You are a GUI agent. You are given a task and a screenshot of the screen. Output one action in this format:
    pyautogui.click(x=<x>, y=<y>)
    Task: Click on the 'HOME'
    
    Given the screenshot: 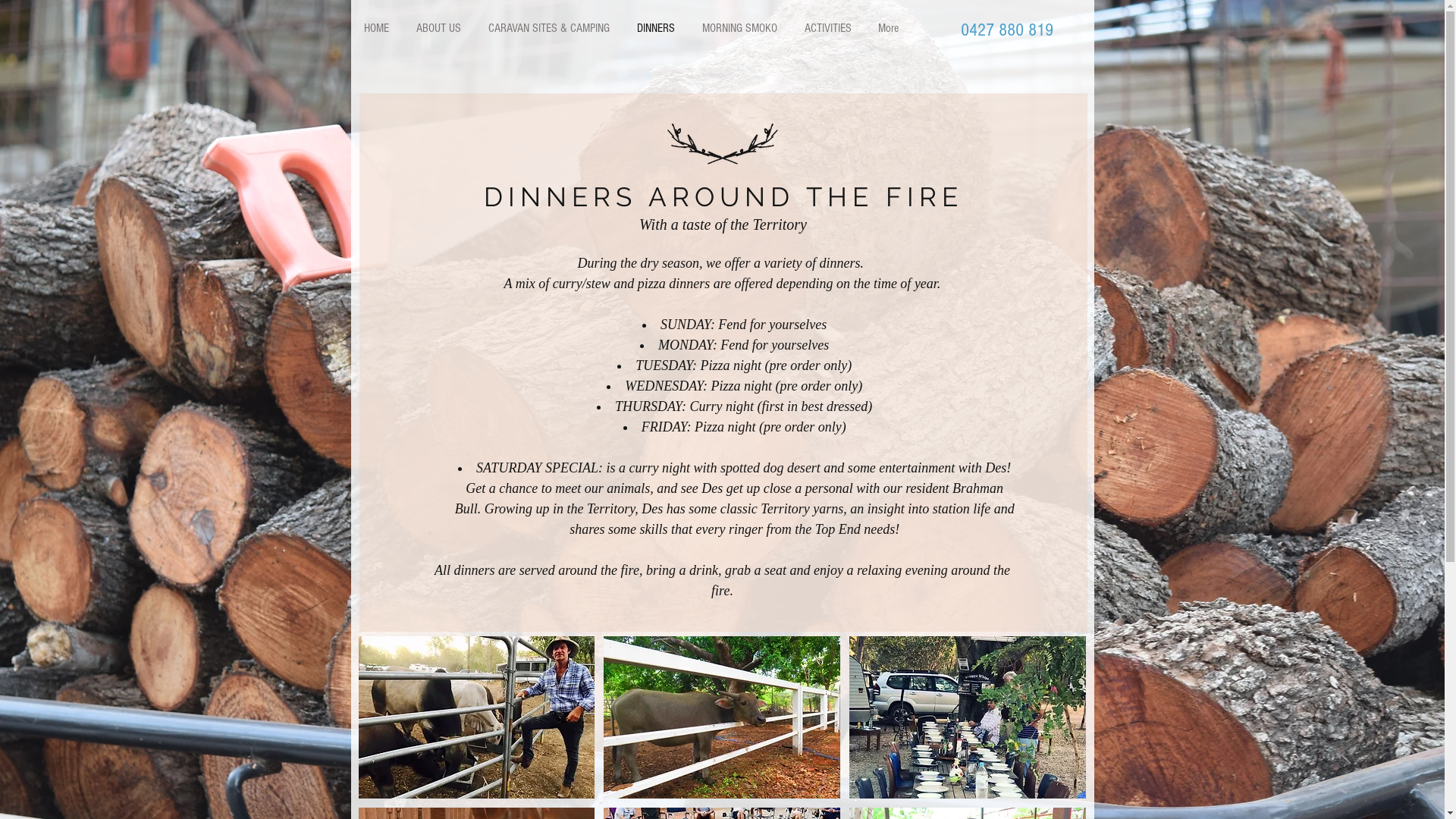 What is the action you would take?
    pyautogui.click(x=375, y=28)
    